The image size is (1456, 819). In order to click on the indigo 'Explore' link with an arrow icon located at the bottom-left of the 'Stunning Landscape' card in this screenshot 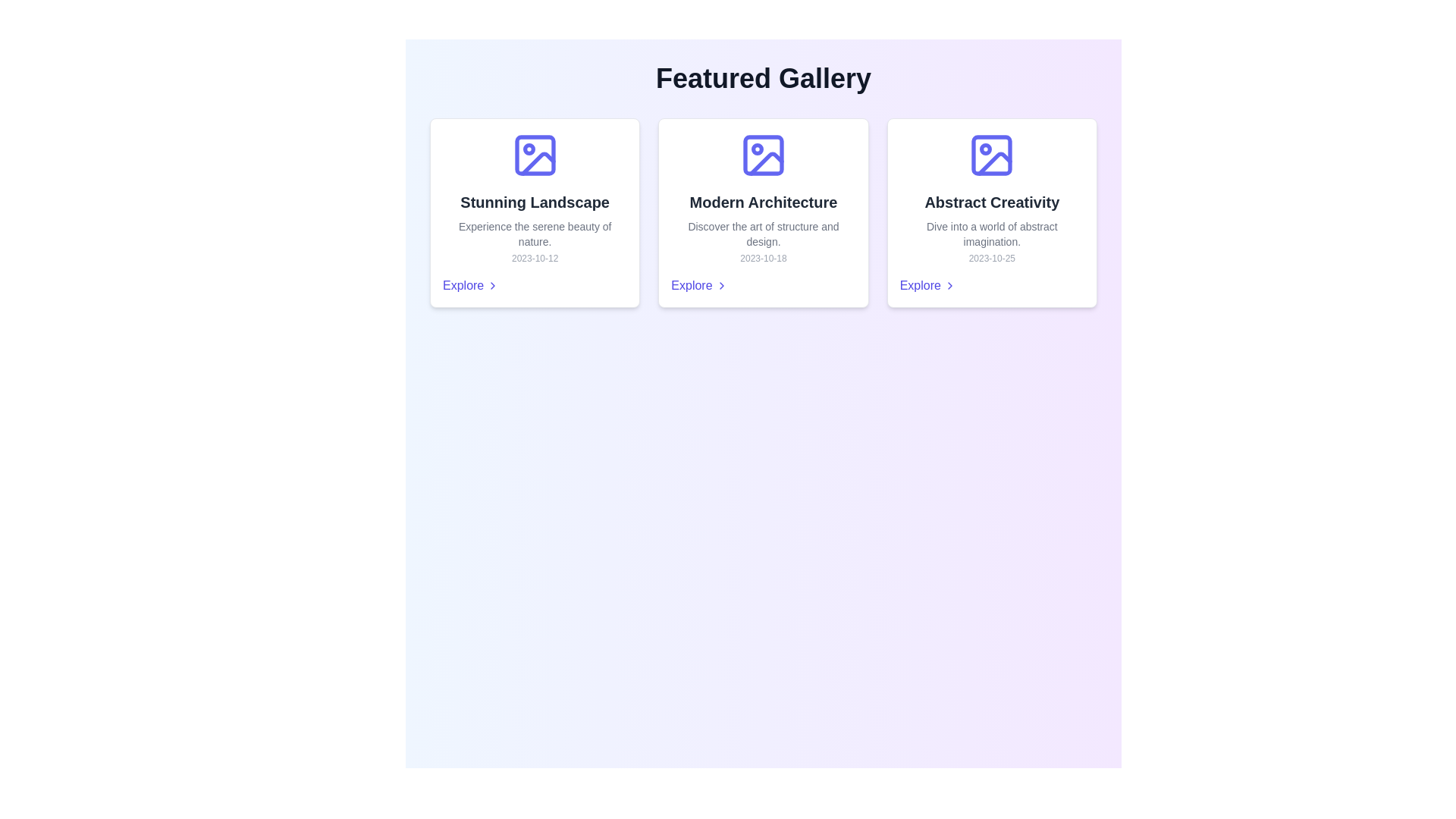, I will do `click(470, 286)`.